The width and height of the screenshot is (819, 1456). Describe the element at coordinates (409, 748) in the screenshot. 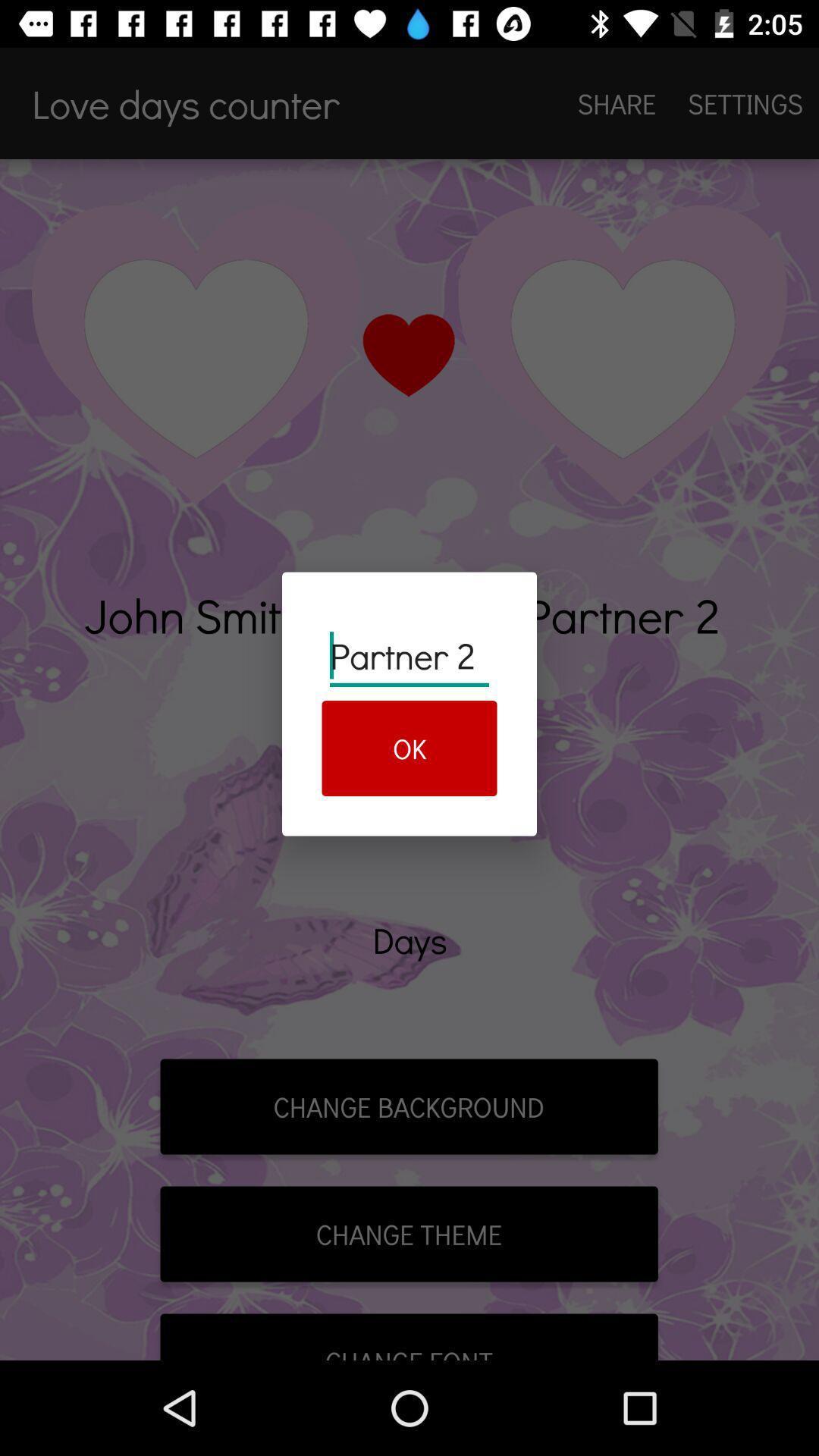

I see `the ok item` at that location.